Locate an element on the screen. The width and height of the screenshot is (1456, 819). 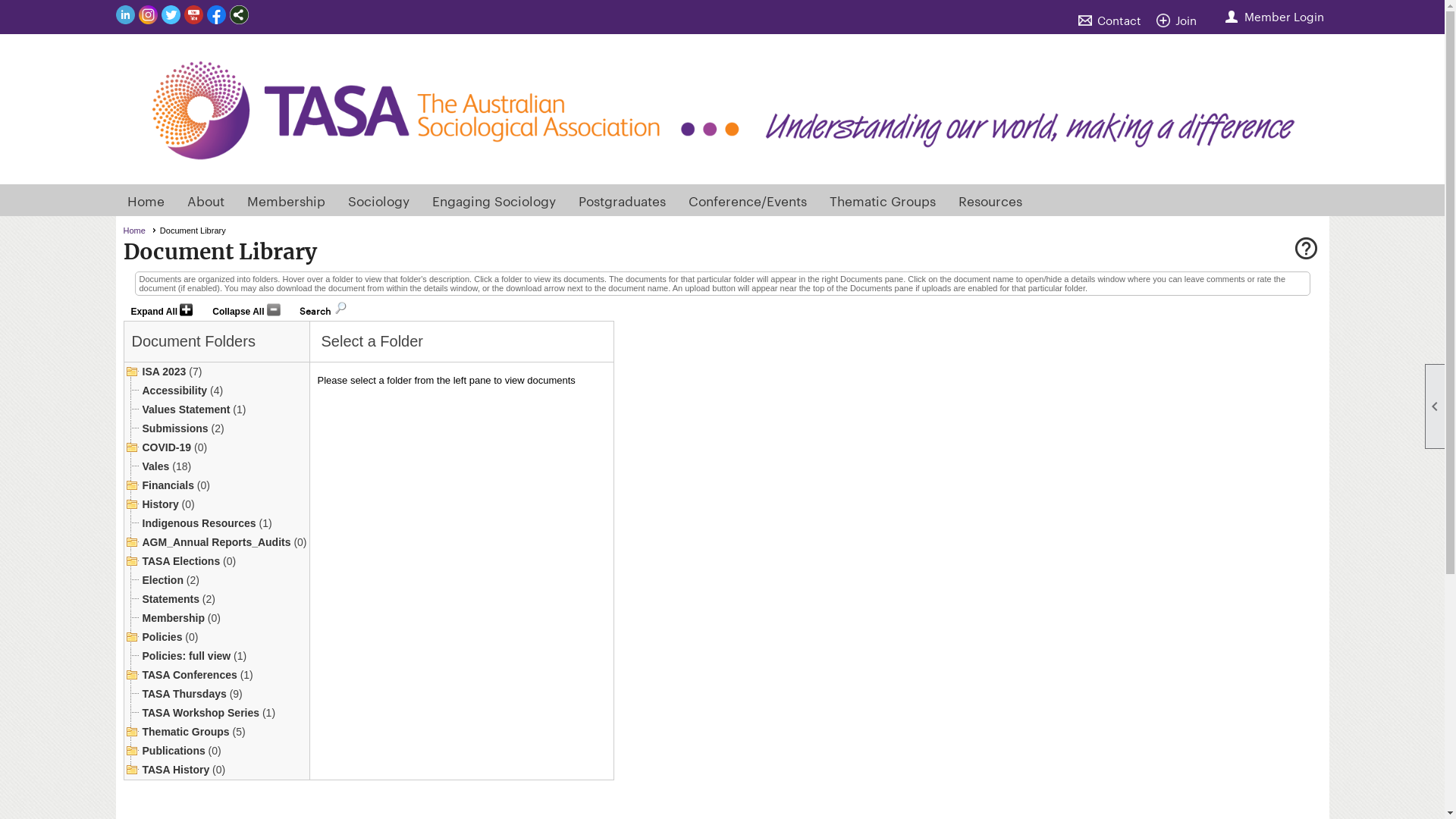
'Visit us on YouTube' is located at coordinates (192, 15).